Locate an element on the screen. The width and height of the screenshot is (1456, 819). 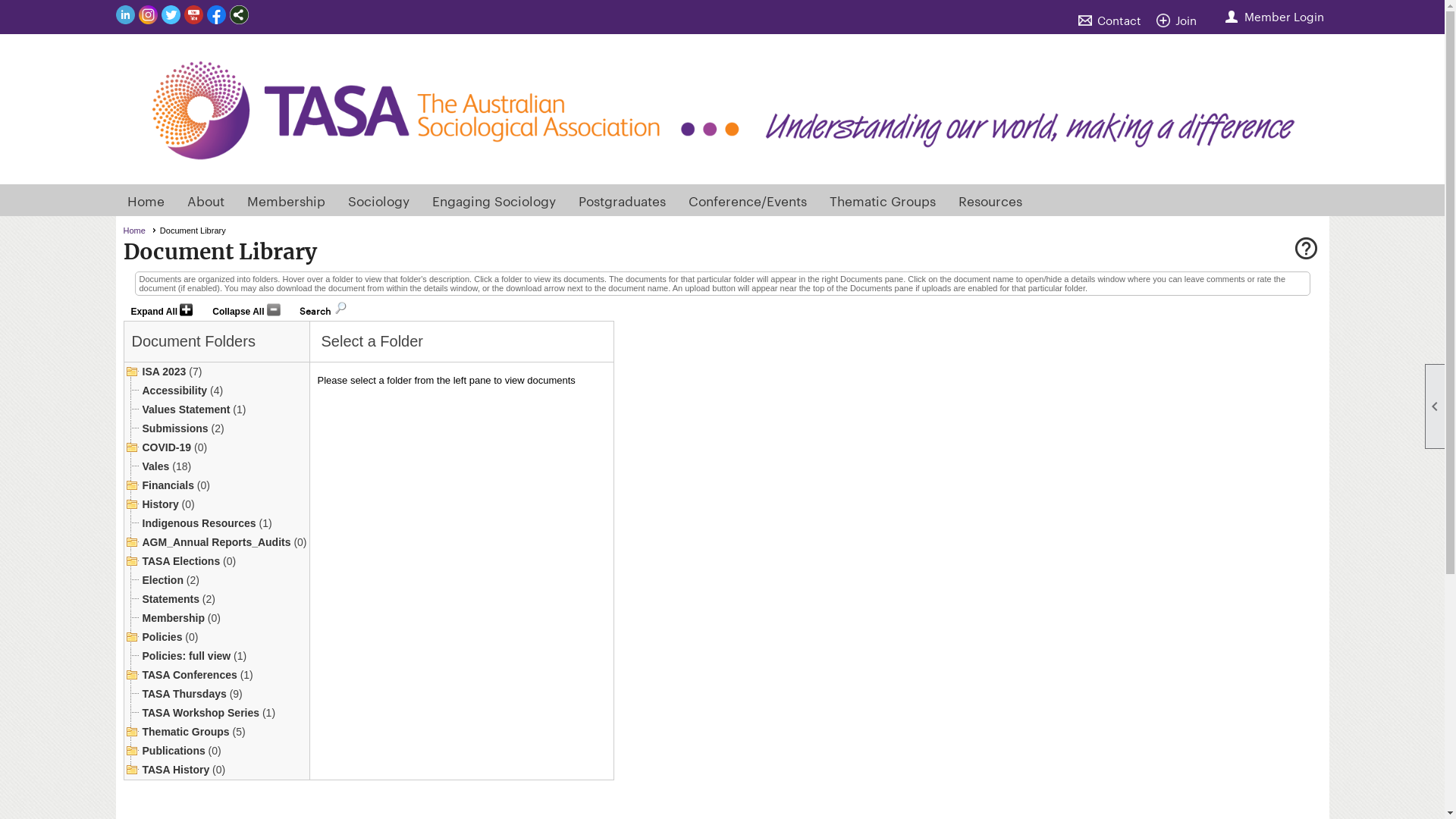
'Visit us on YouTube' is located at coordinates (192, 15).